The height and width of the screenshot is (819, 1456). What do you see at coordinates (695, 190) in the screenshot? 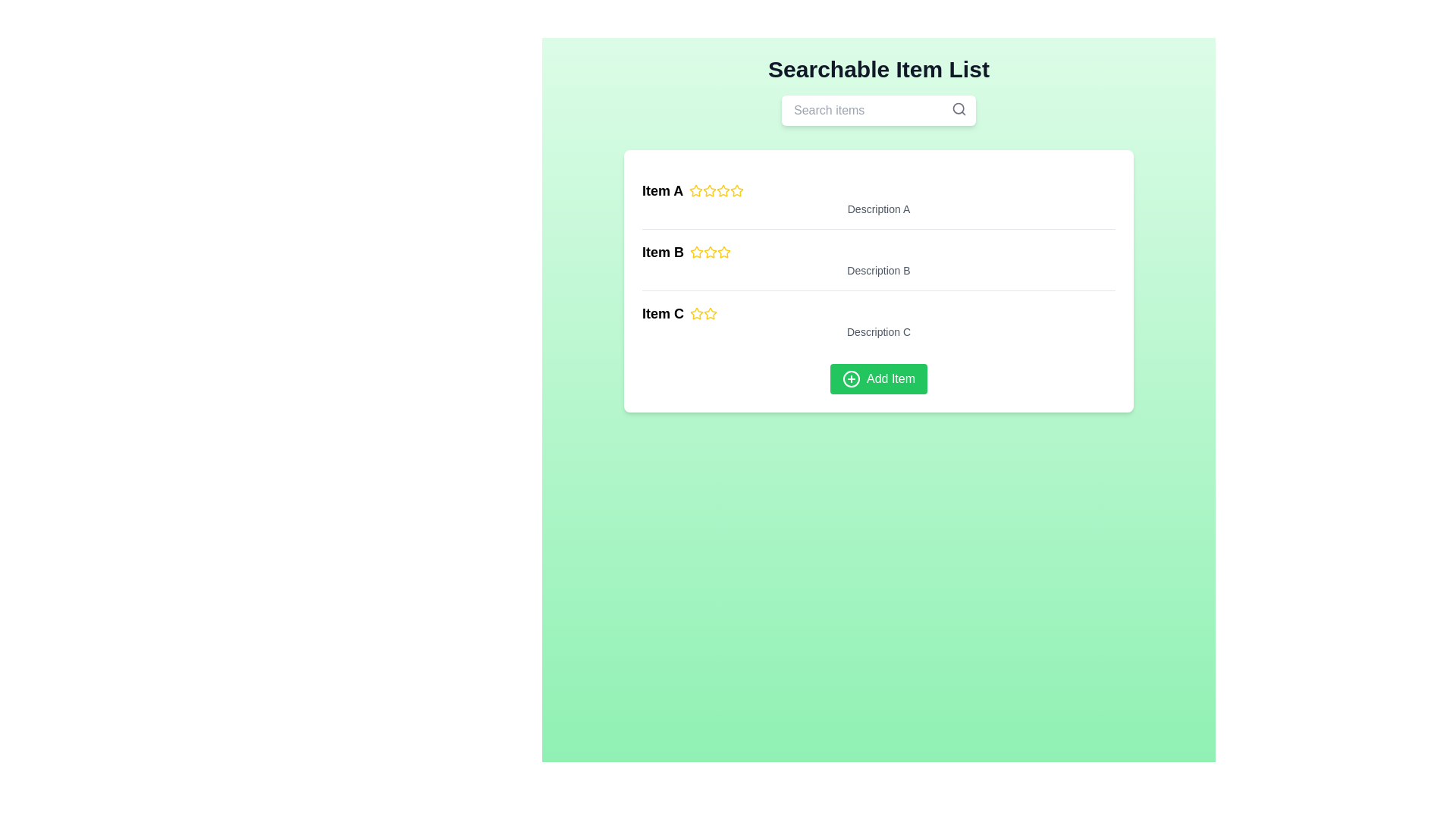
I see `the yellow star-shaped icon representing the first star in the rating system beside 'Item A'` at bounding box center [695, 190].